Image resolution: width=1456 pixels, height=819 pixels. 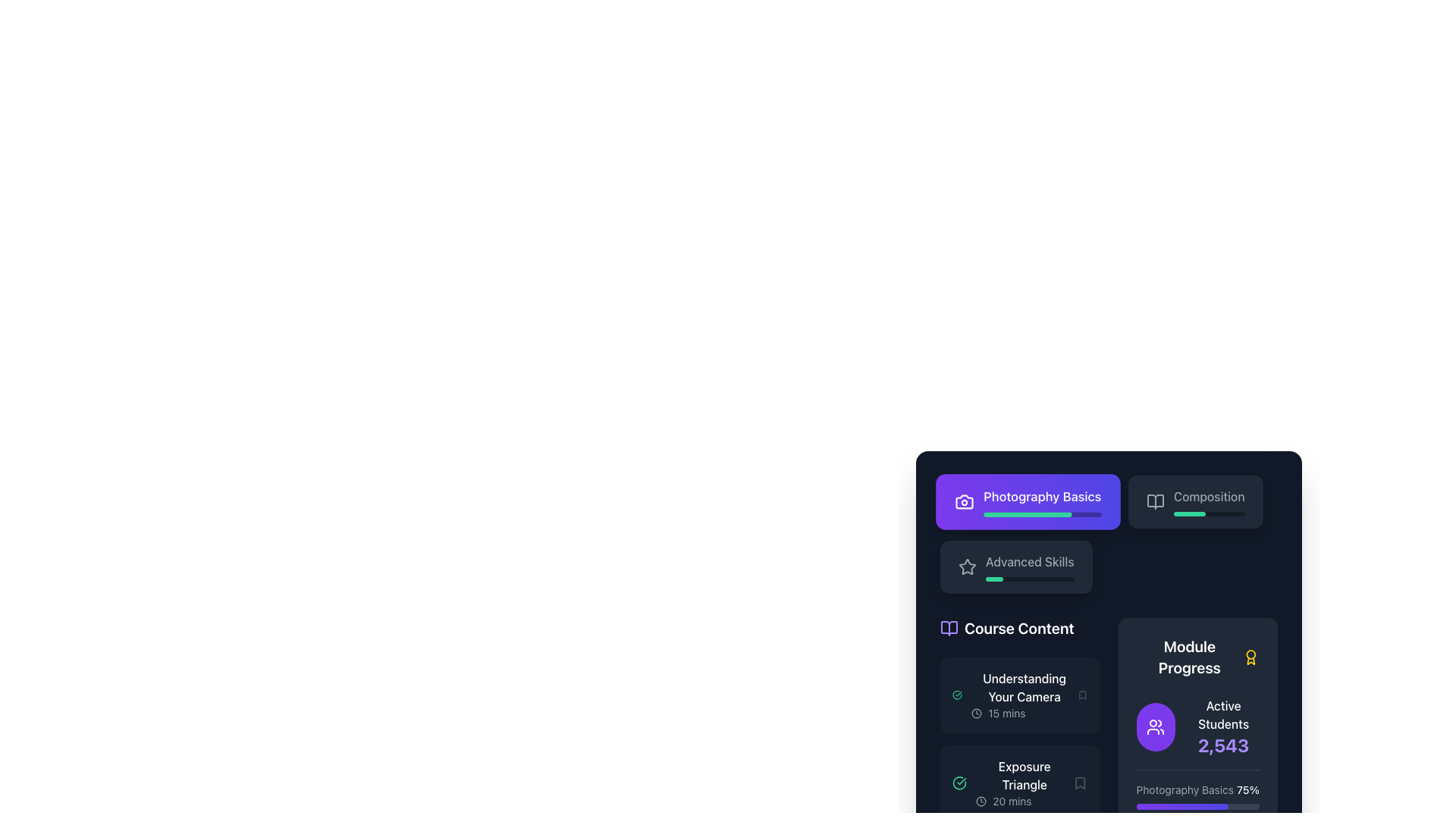 I want to click on the label that provides descriptive text about the content, located to the right of the 'Photography Basics' button and adjacent to a book icon, so click(x=1208, y=497).